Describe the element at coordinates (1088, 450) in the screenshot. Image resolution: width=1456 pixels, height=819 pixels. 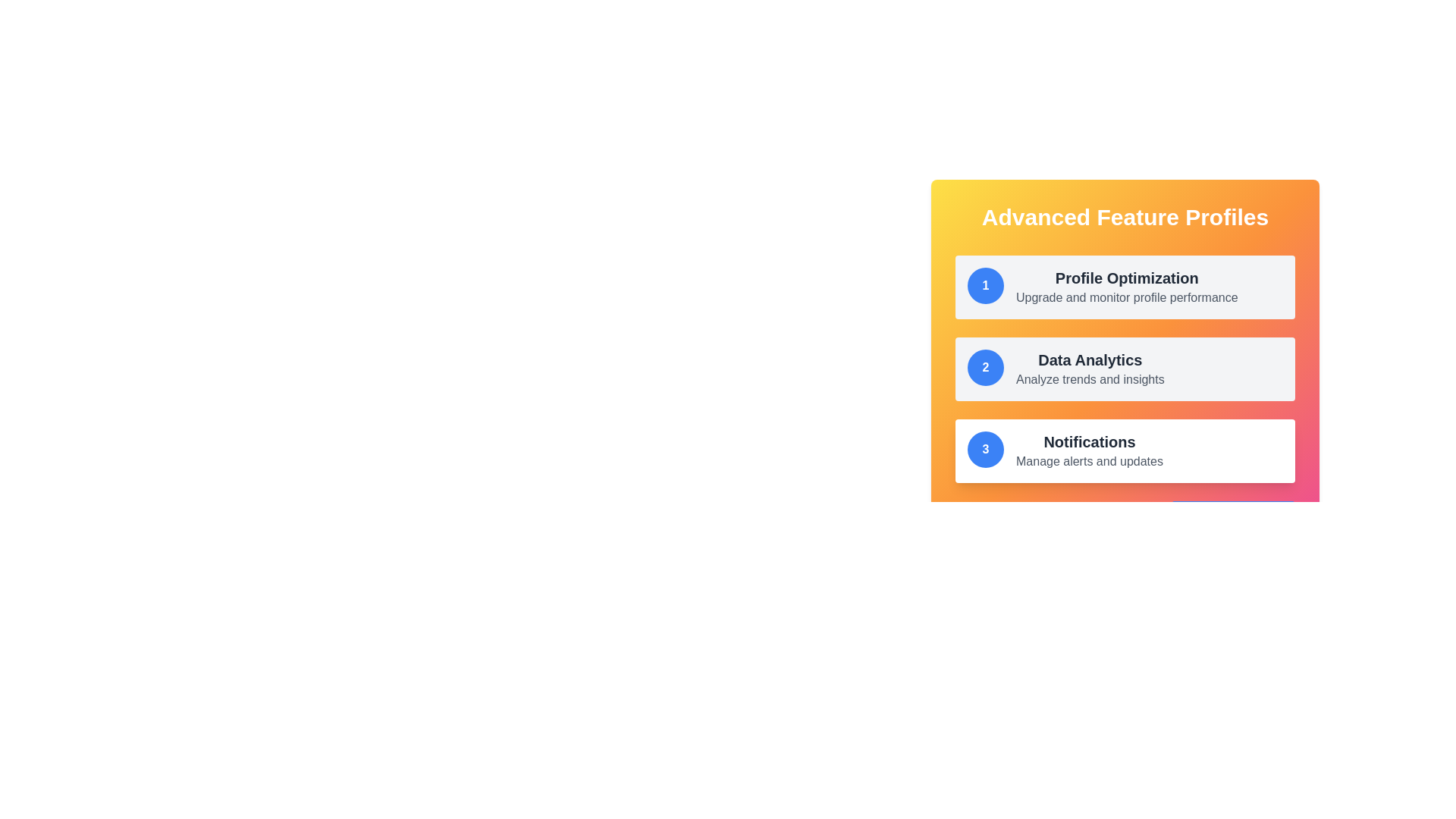
I see `text that serves as the title and description of the feature related to managing notifications, located within the third card titled '3' in the list under 'Advanced Feature Profiles'` at that location.